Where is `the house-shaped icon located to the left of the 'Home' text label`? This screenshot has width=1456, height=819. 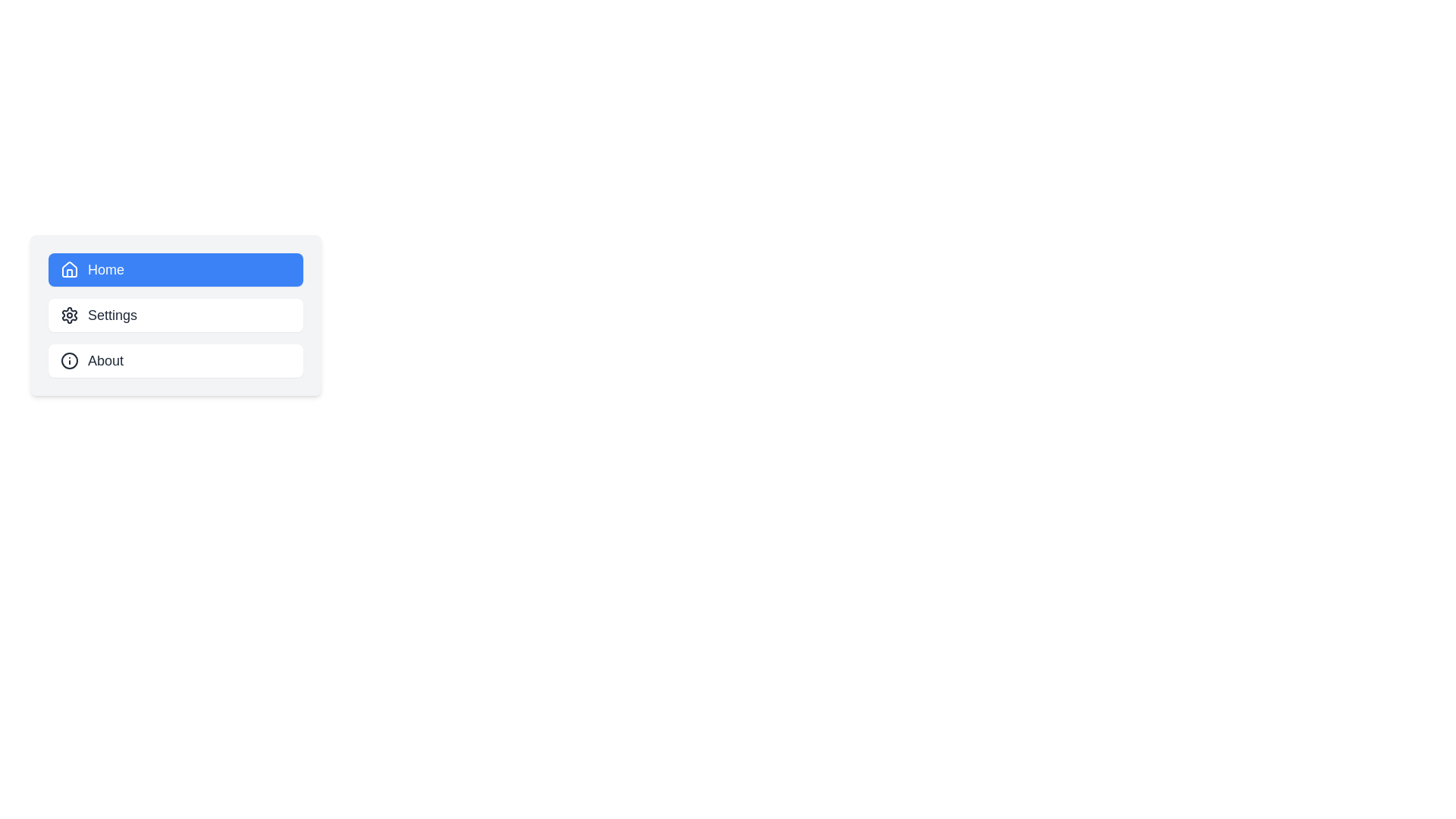 the house-shaped icon located to the left of the 'Home' text label is located at coordinates (68, 268).